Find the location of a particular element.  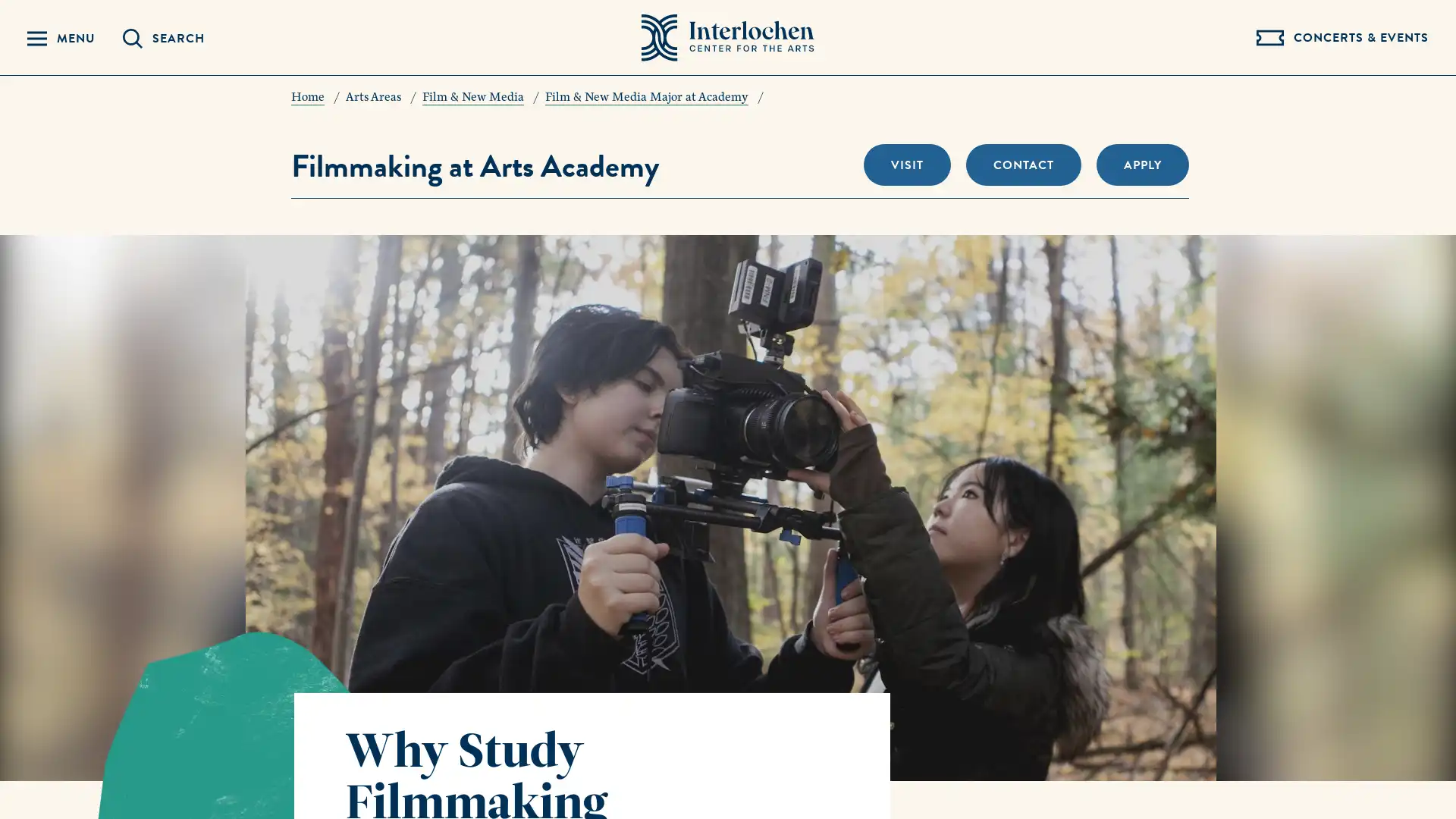

Reveal Navigation is located at coordinates (61, 37).